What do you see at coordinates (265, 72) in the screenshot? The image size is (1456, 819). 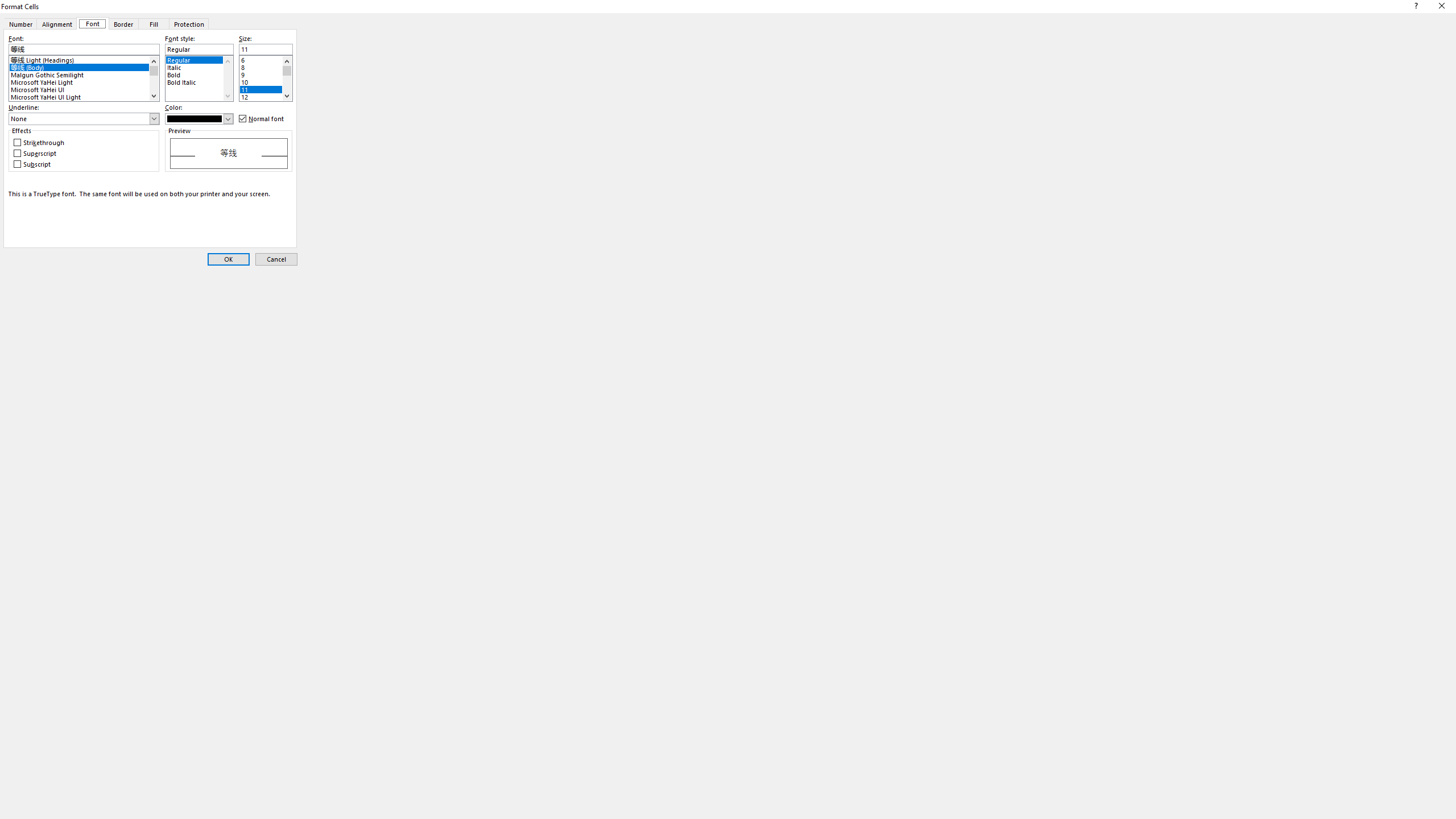 I see `'9'` at bounding box center [265, 72].